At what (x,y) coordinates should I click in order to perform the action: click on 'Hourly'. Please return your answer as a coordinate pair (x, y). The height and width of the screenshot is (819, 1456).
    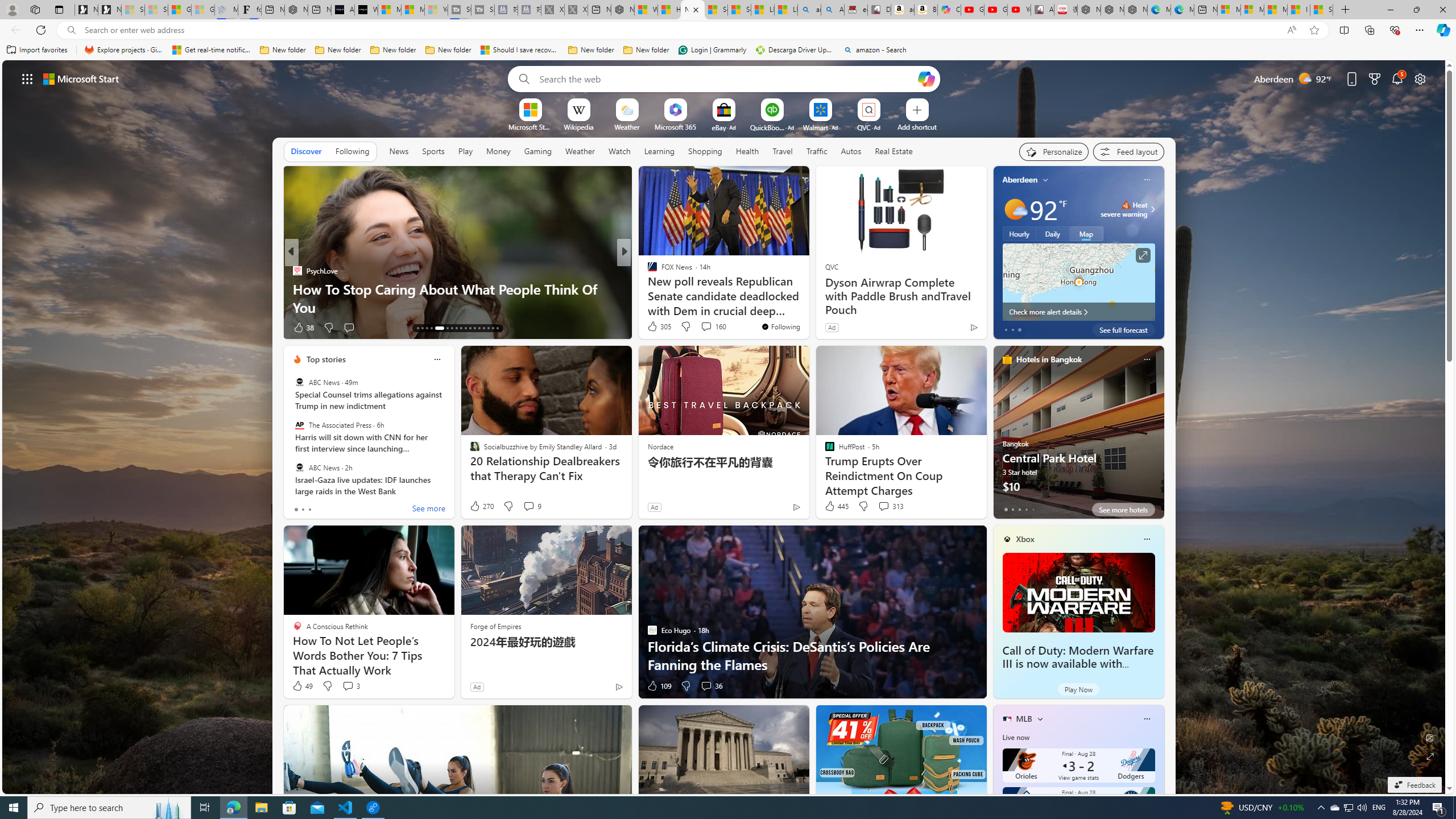
    Looking at the image, I should click on (1019, 233).